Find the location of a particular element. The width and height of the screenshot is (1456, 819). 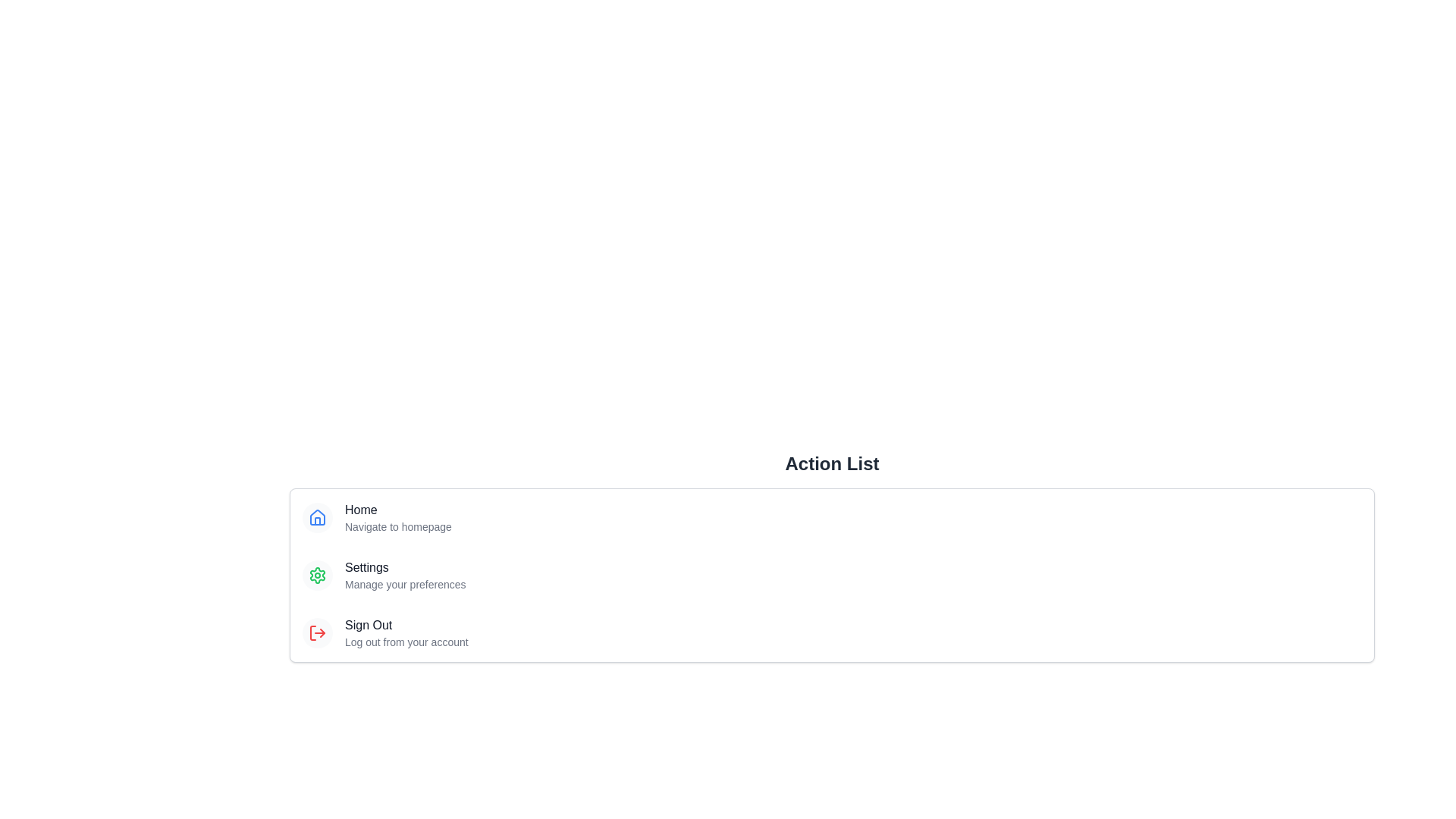

the text label indicating user settings preferences is located at coordinates (405, 567).